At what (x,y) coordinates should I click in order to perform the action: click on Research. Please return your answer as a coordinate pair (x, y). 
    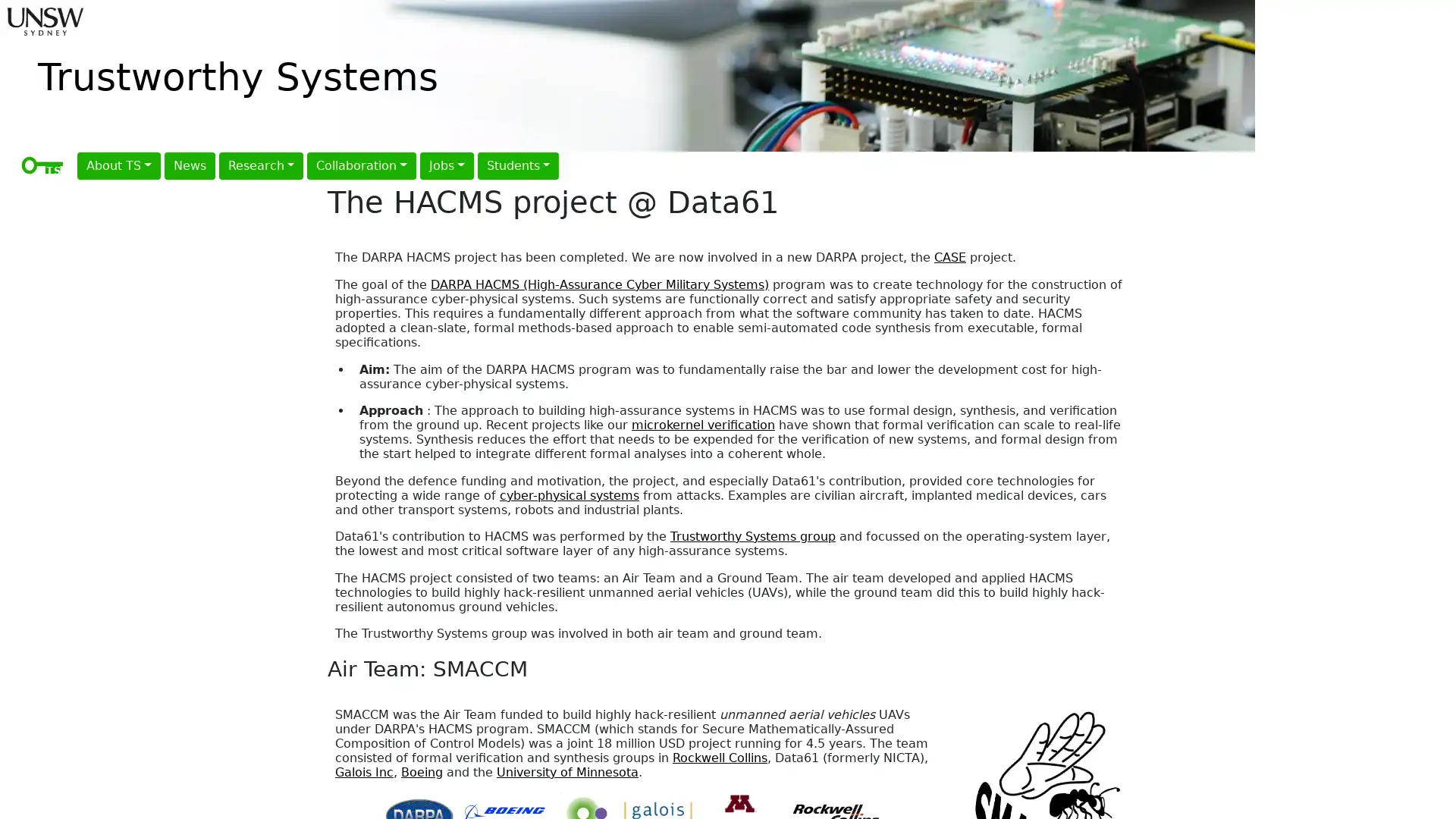
    Looking at the image, I should click on (261, 165).